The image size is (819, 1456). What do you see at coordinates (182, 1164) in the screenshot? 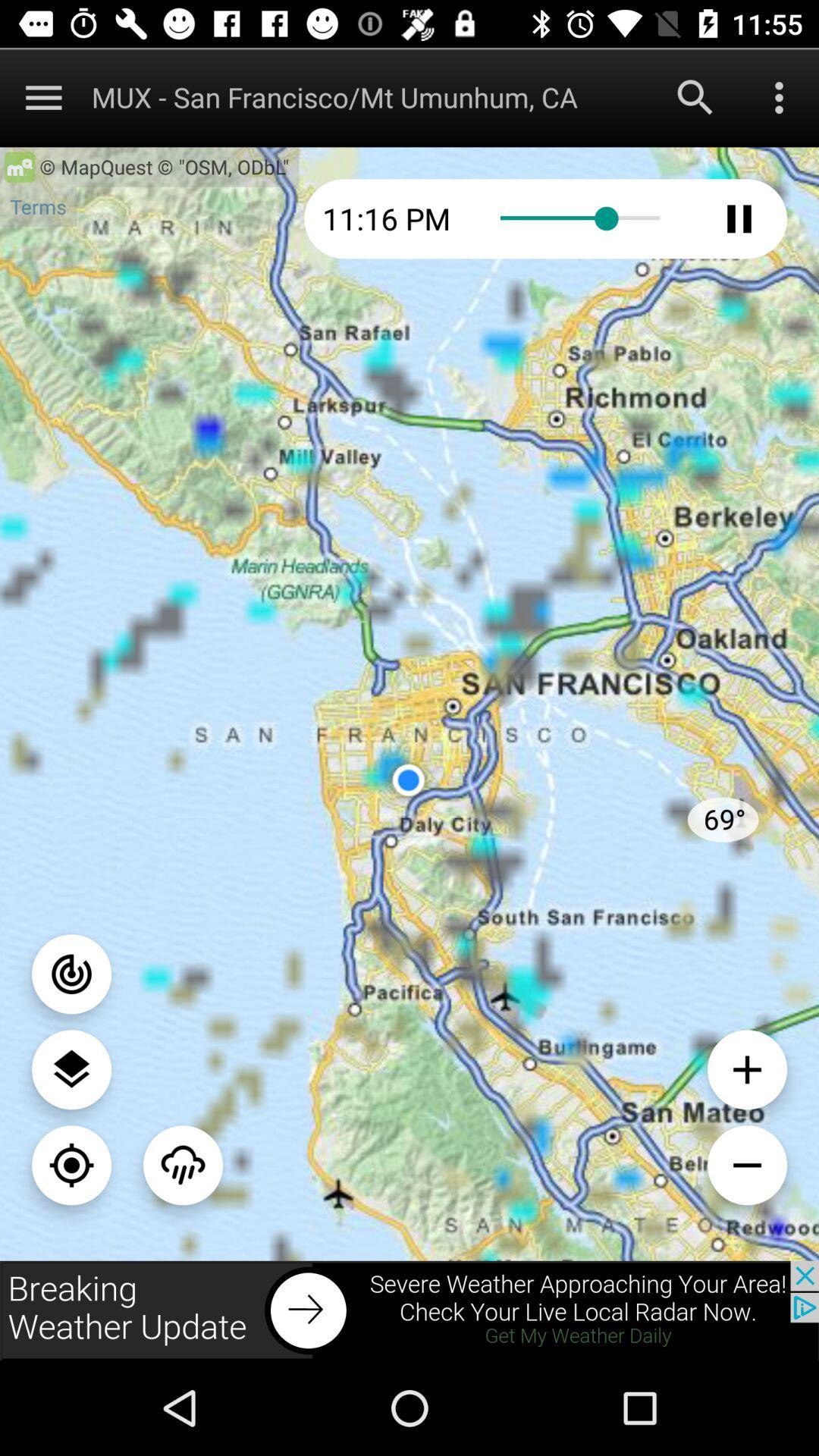
I see `an option` at bounding box center [182, 1164].